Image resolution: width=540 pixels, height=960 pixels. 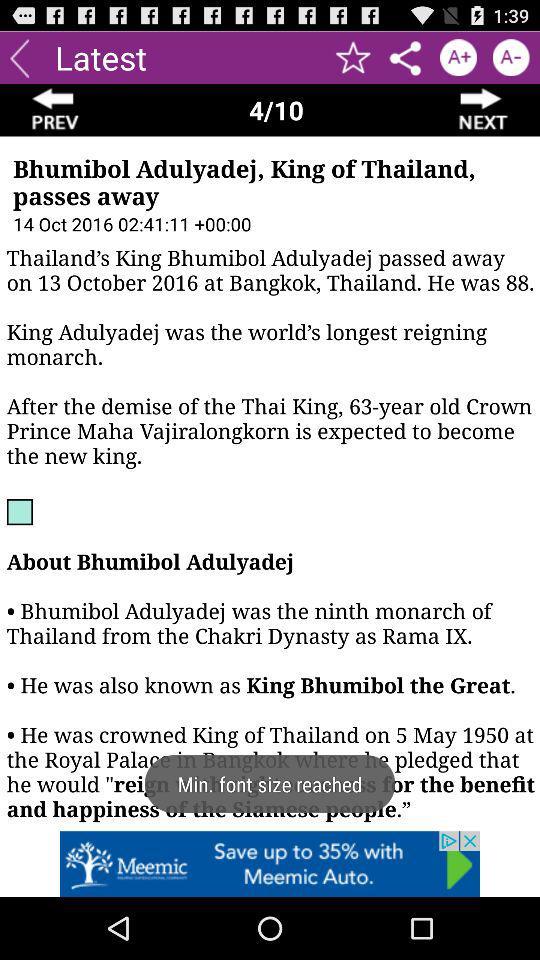 I want to click on the arrow_forward icon, so click(x=483, y=117).